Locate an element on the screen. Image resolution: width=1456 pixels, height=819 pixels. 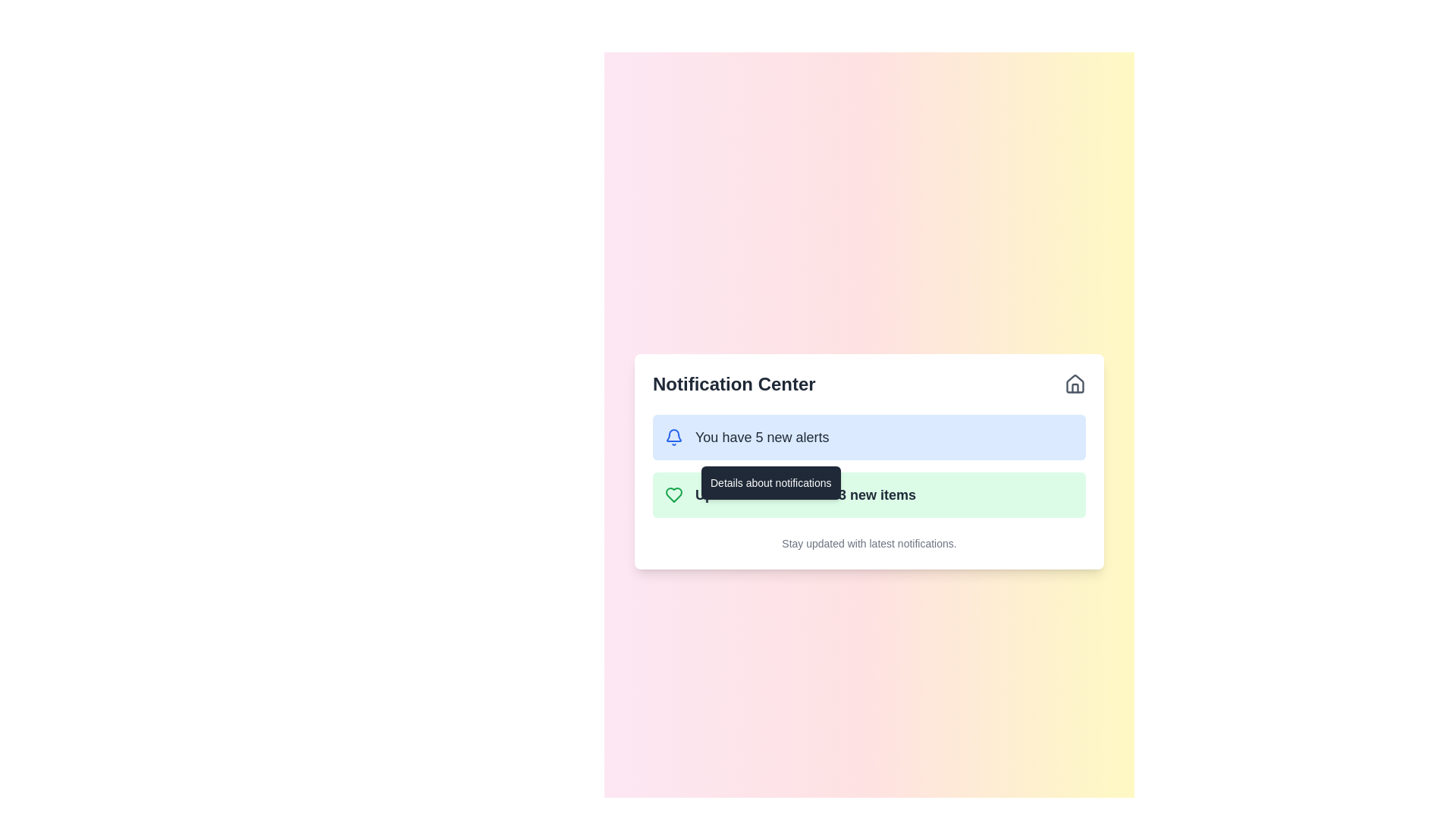
the text 'You have 5 new alerts' is located at coordinates (762, 438).